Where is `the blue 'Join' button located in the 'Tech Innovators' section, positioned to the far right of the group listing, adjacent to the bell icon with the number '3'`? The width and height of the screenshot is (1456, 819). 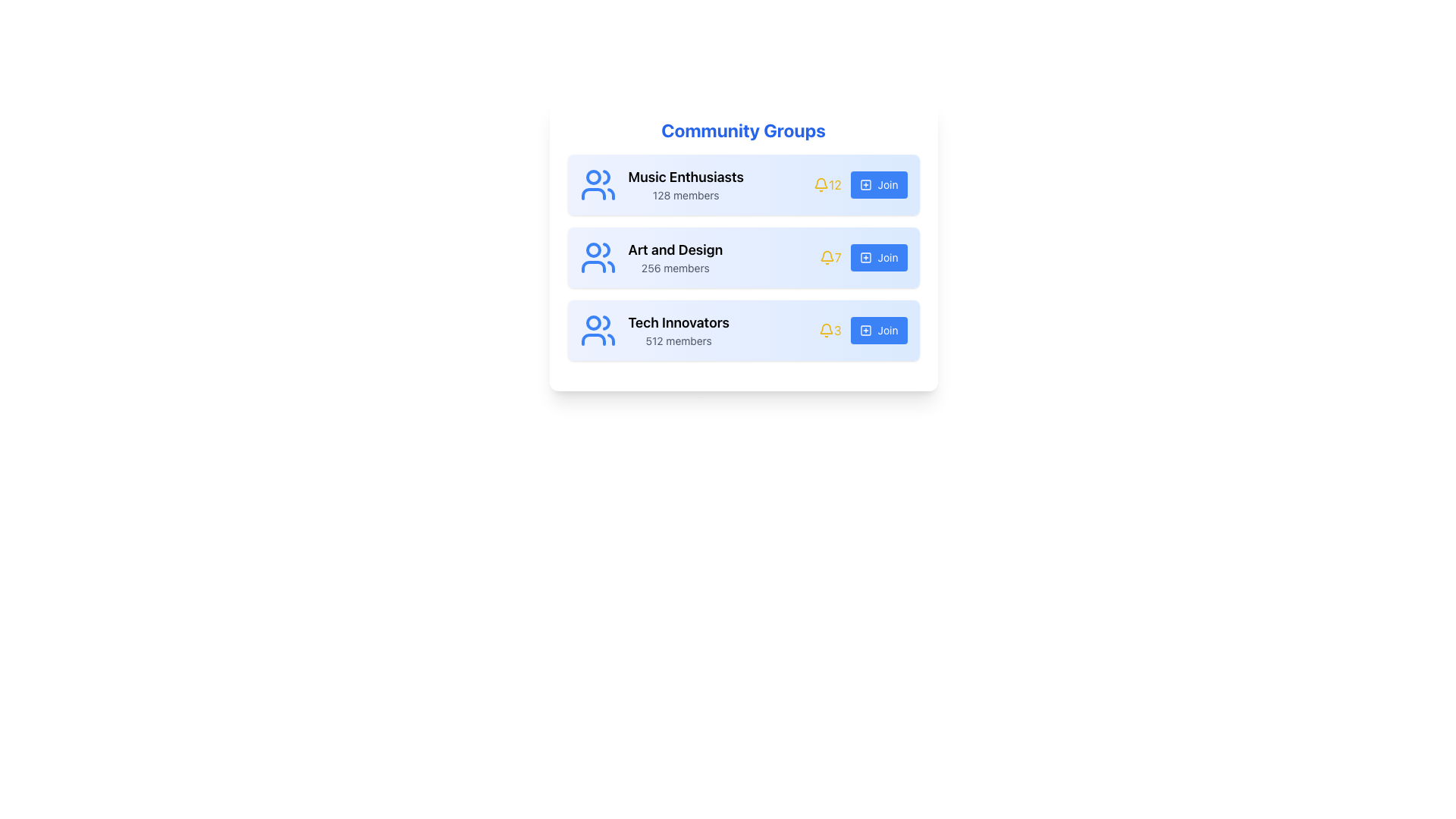
the blue 'Join' button located in the 'Tech Innovators' section, positioned to the far right of the group listing, adjacent to the bell icon with the number '3' is located at coordinates (863, 329).